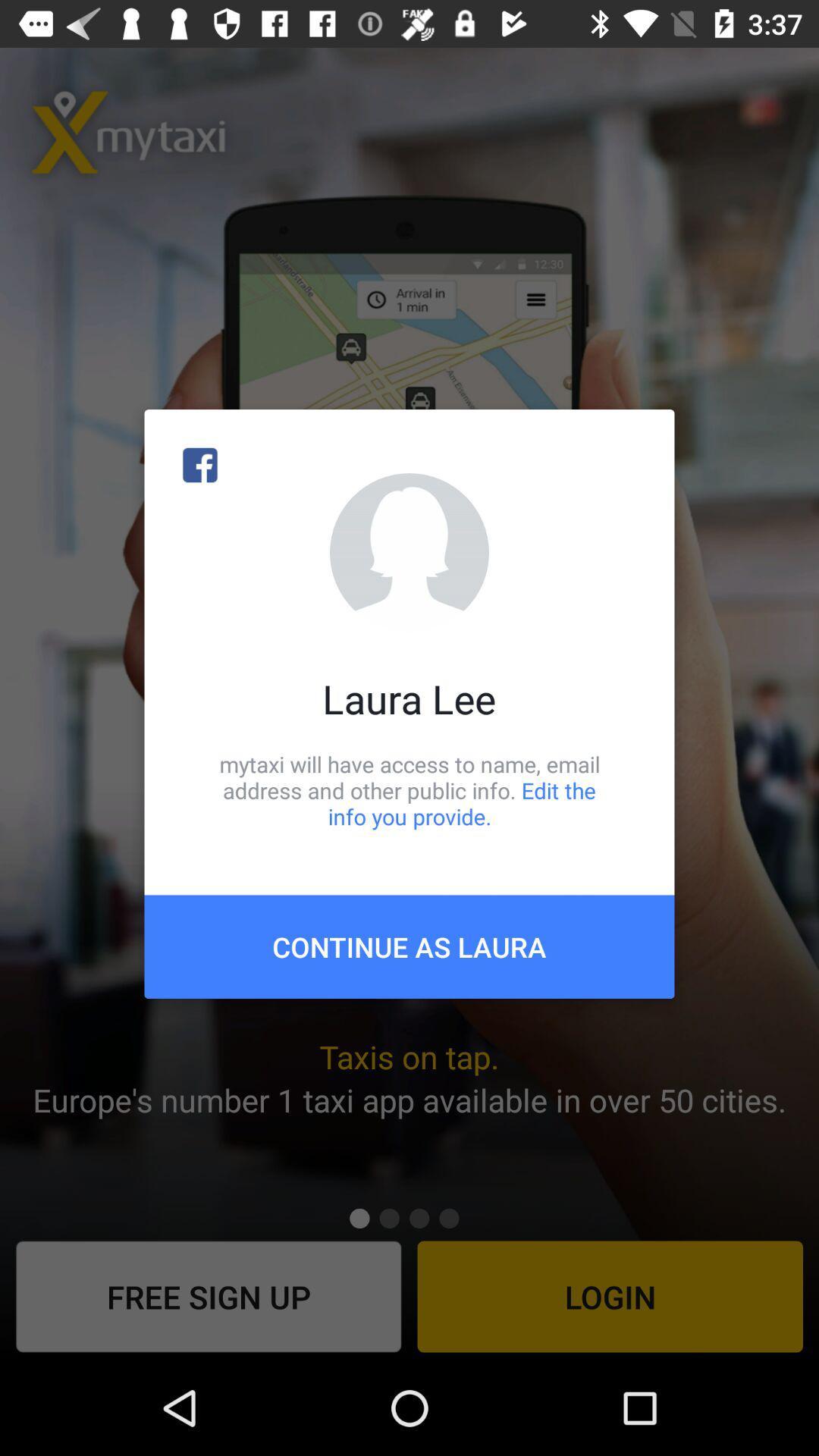 The image size is (819, 1456). What do you see at coordinates (409, 789) in the screenshot?
I see `the item above continue as laura item` at bounding box center [409, 789].